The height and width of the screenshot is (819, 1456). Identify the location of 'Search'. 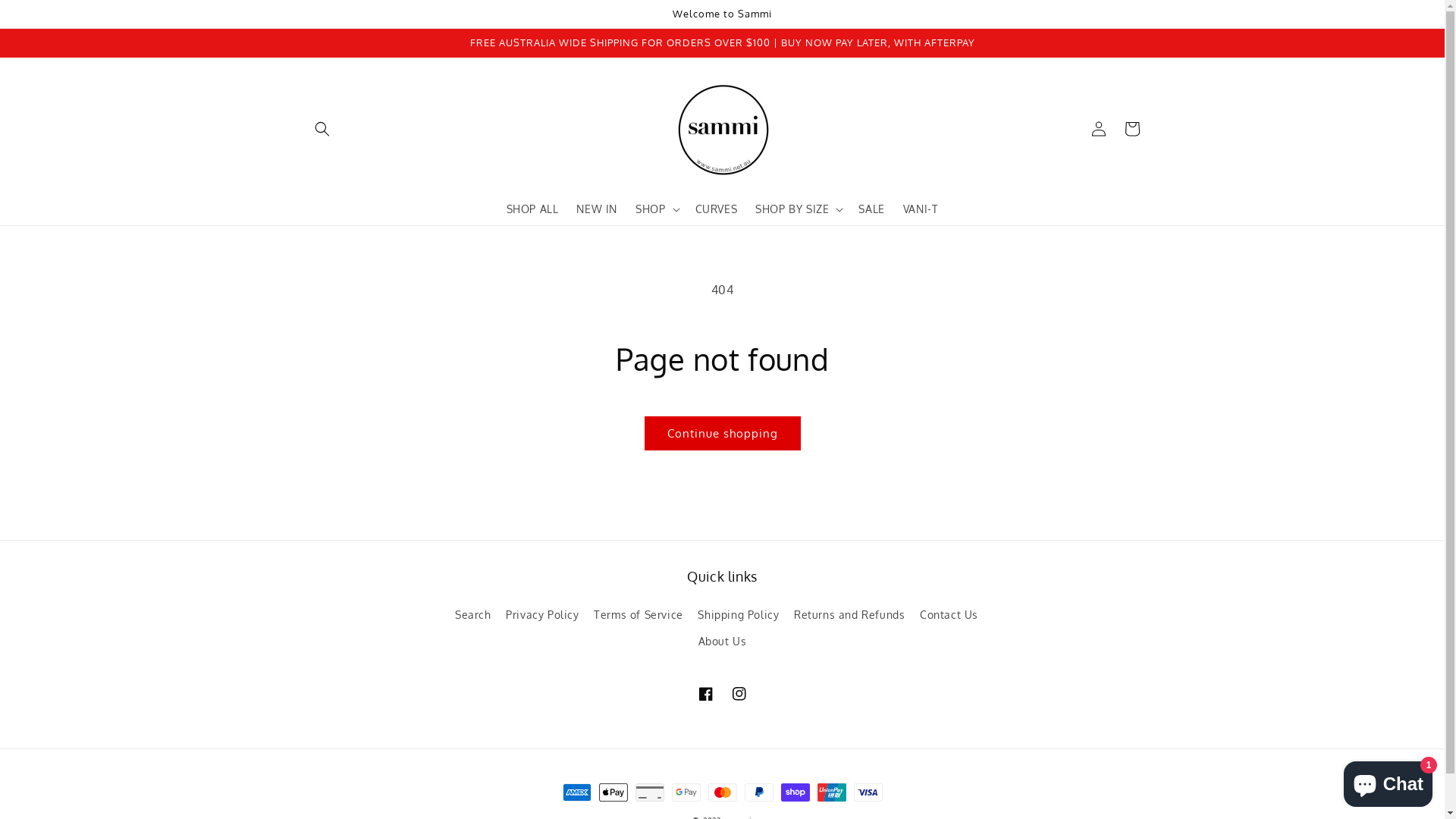
(454, 617).